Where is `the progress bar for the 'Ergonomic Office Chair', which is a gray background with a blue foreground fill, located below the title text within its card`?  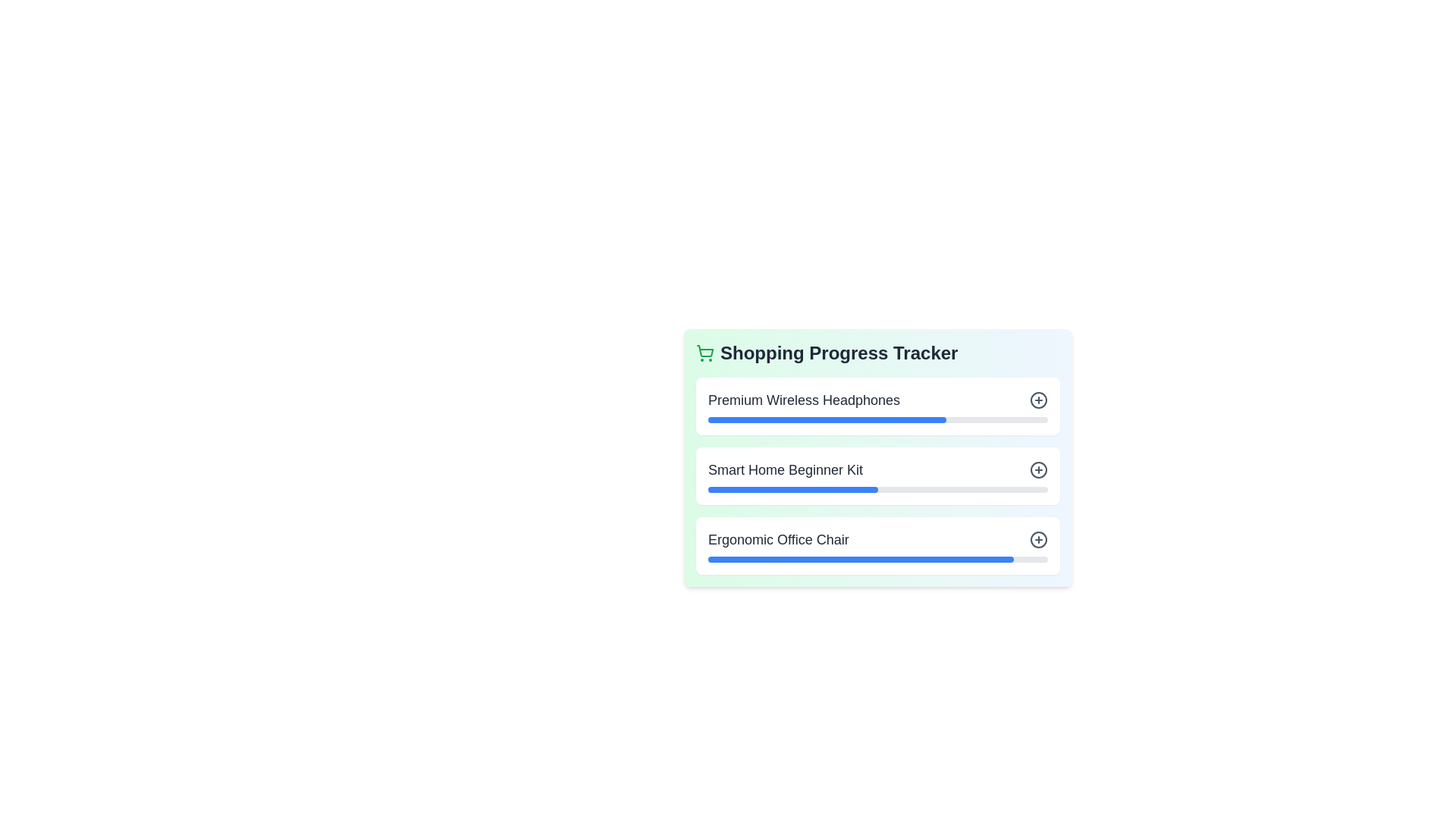
the progress bar for the 'Ergonomic Office Chair', which is a gray background with a blue foreground fill, located below the title text within its card is located at coordinates (877, 559).